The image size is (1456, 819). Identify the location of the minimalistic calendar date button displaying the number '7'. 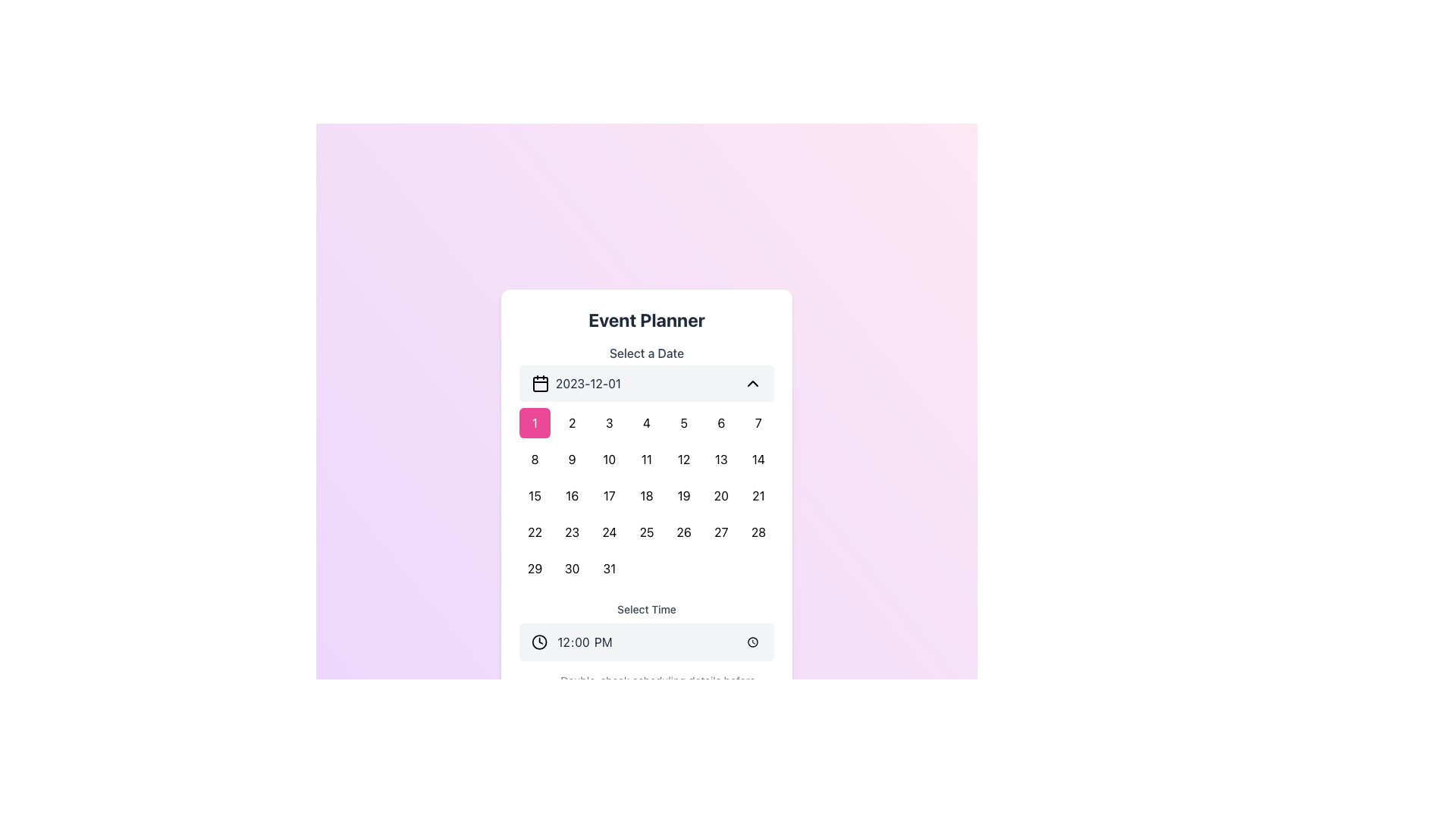
(758, 423).